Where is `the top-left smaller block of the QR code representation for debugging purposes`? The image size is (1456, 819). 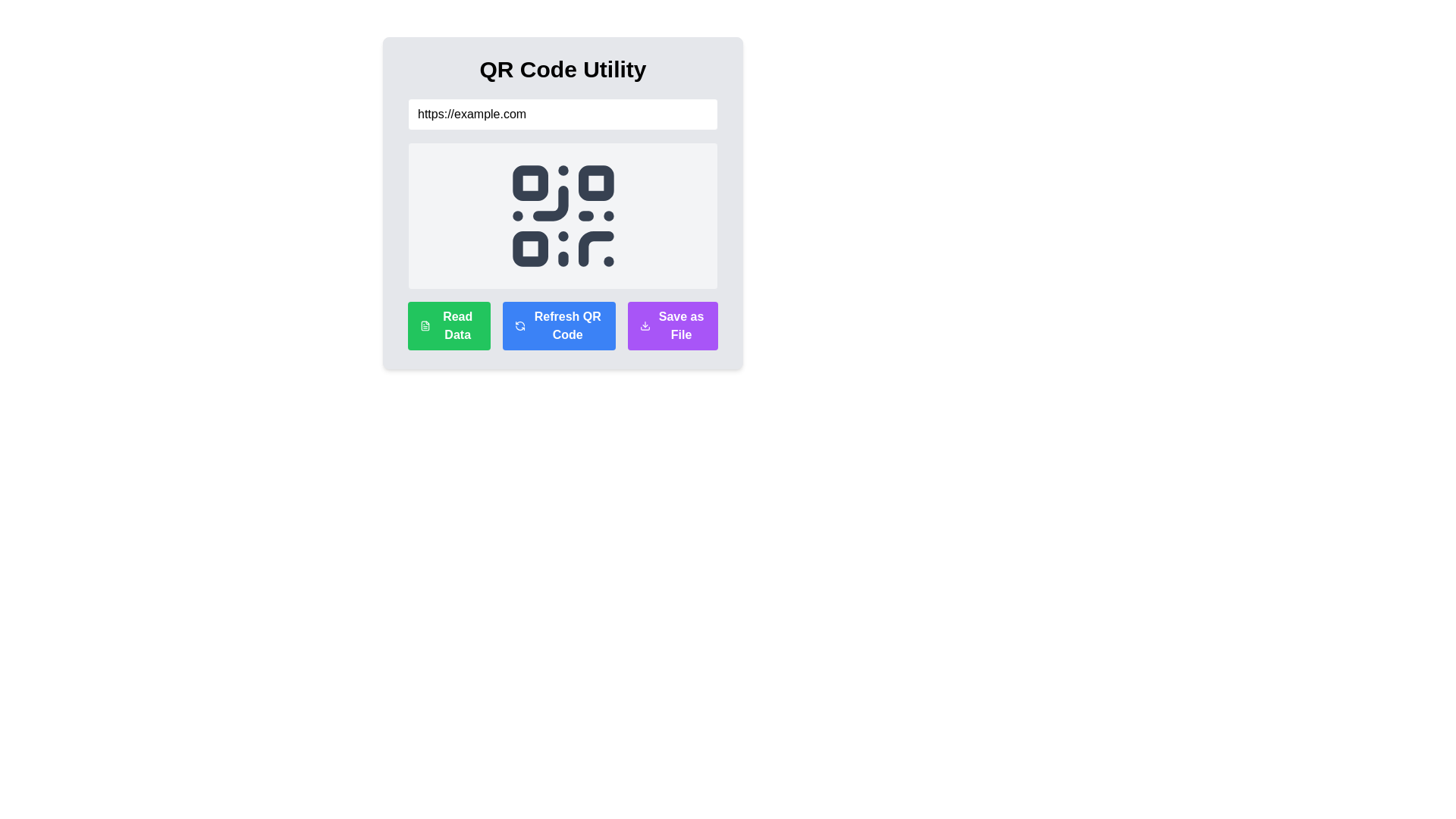
the top-left smaller block of the QR code representation for debugging purposes is located at coordinates (530, 182).